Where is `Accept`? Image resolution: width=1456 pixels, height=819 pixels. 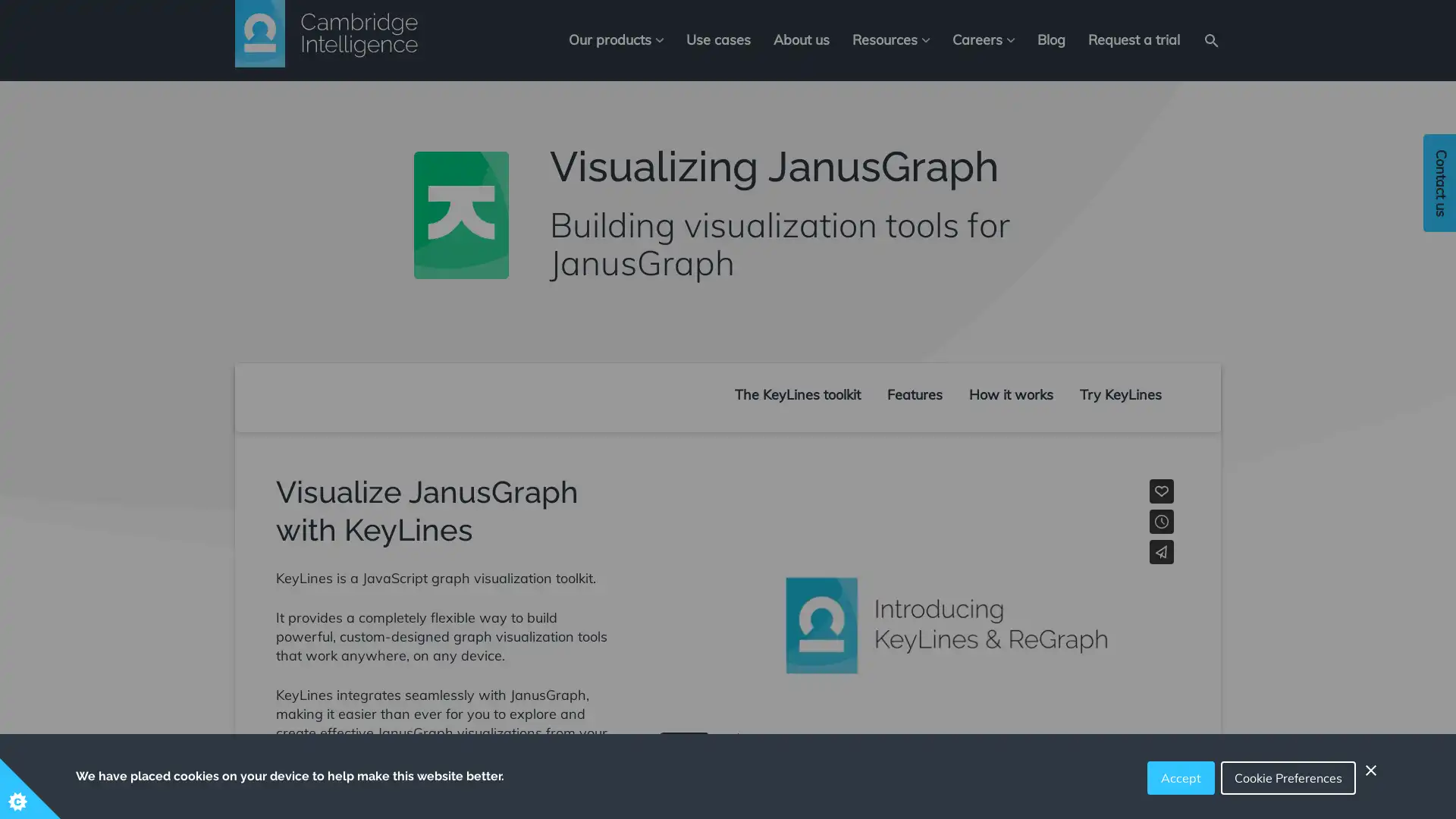
Accept is located at coordinates (1180, 778).